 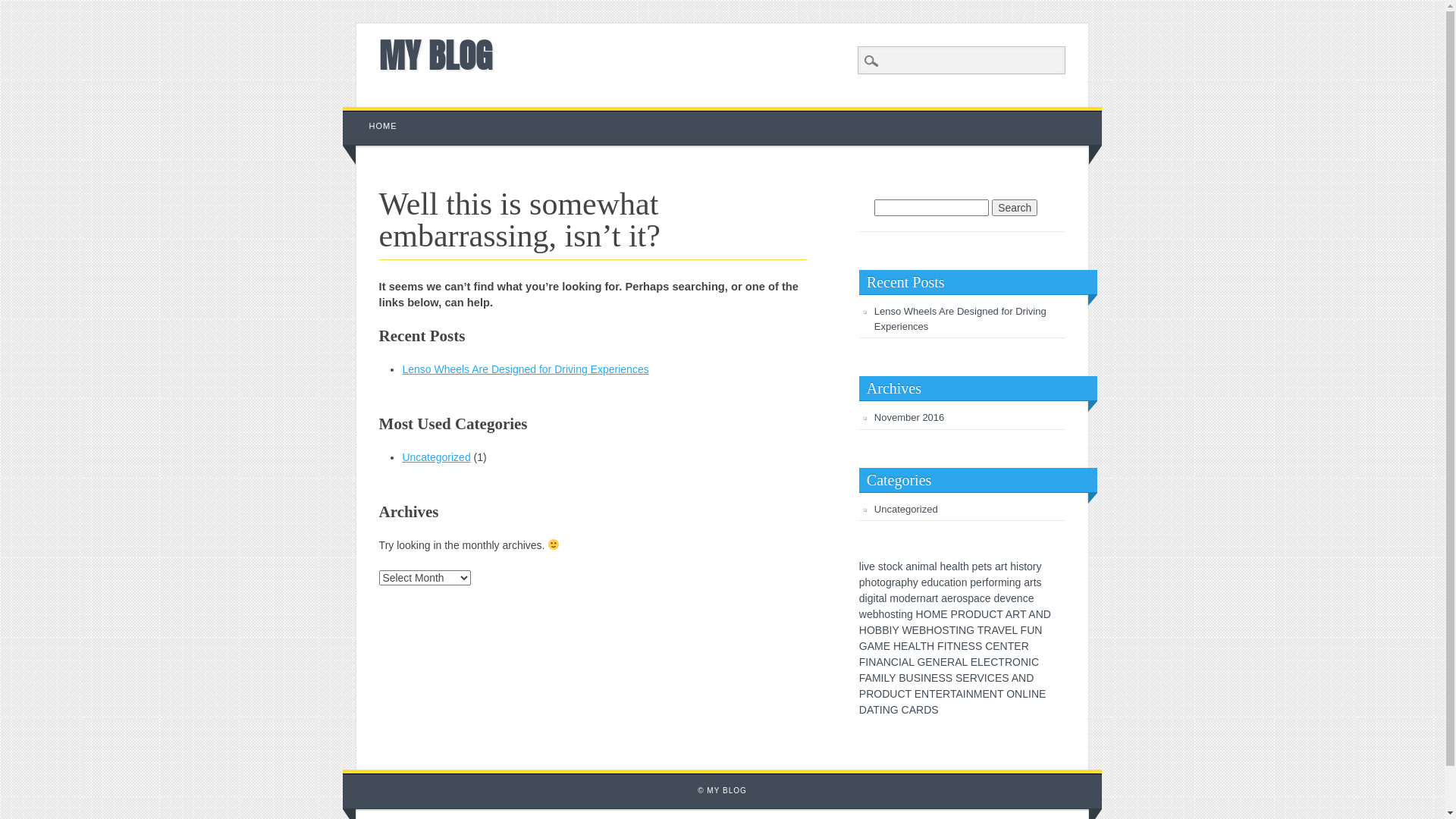 I want to click on 'L', so click(x=917, y=646).